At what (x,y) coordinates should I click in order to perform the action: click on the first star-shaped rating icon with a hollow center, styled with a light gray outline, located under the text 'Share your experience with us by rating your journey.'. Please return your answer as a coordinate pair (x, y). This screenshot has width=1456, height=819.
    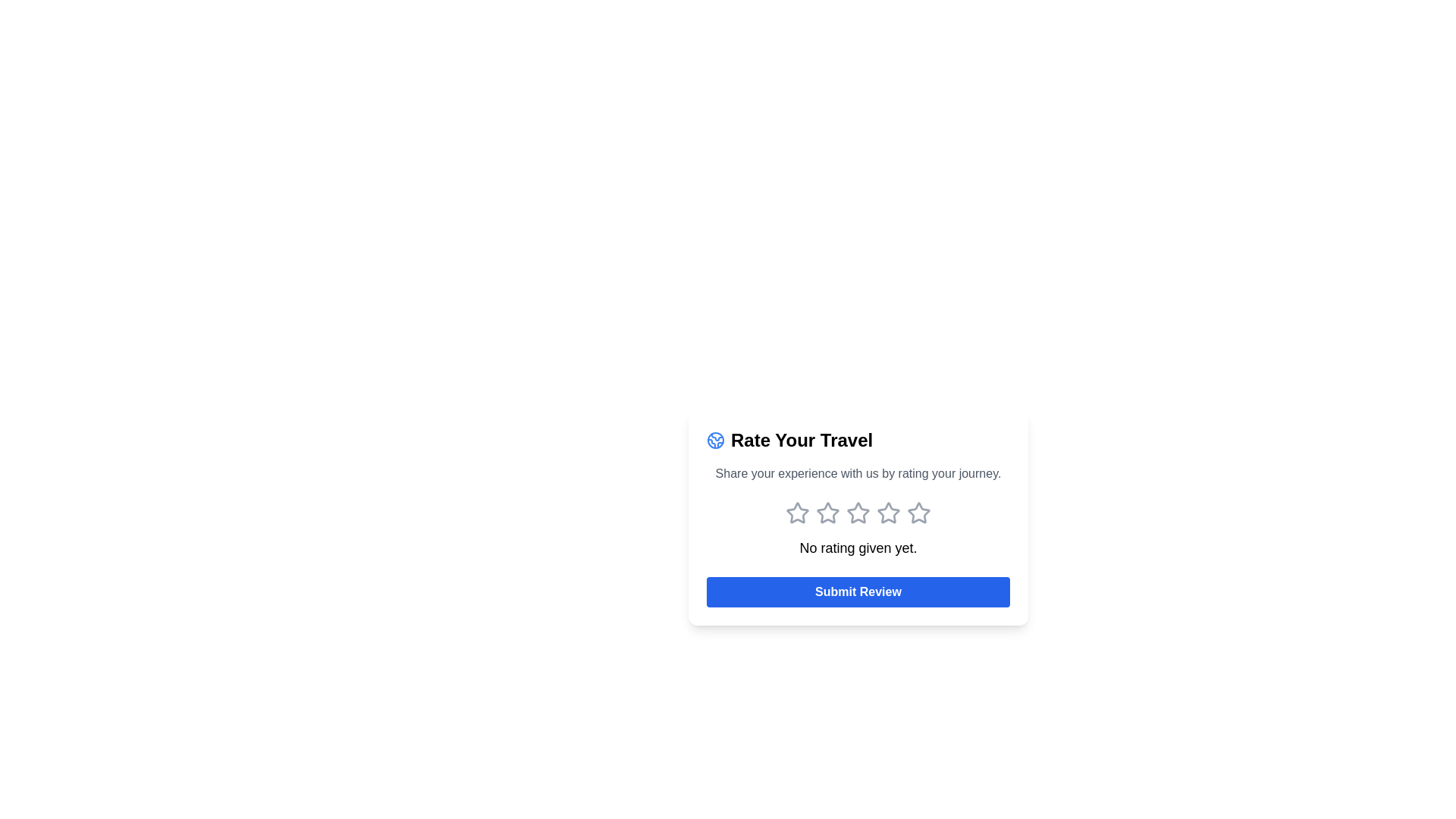
    Looking at the image, I should click on (827, 512).